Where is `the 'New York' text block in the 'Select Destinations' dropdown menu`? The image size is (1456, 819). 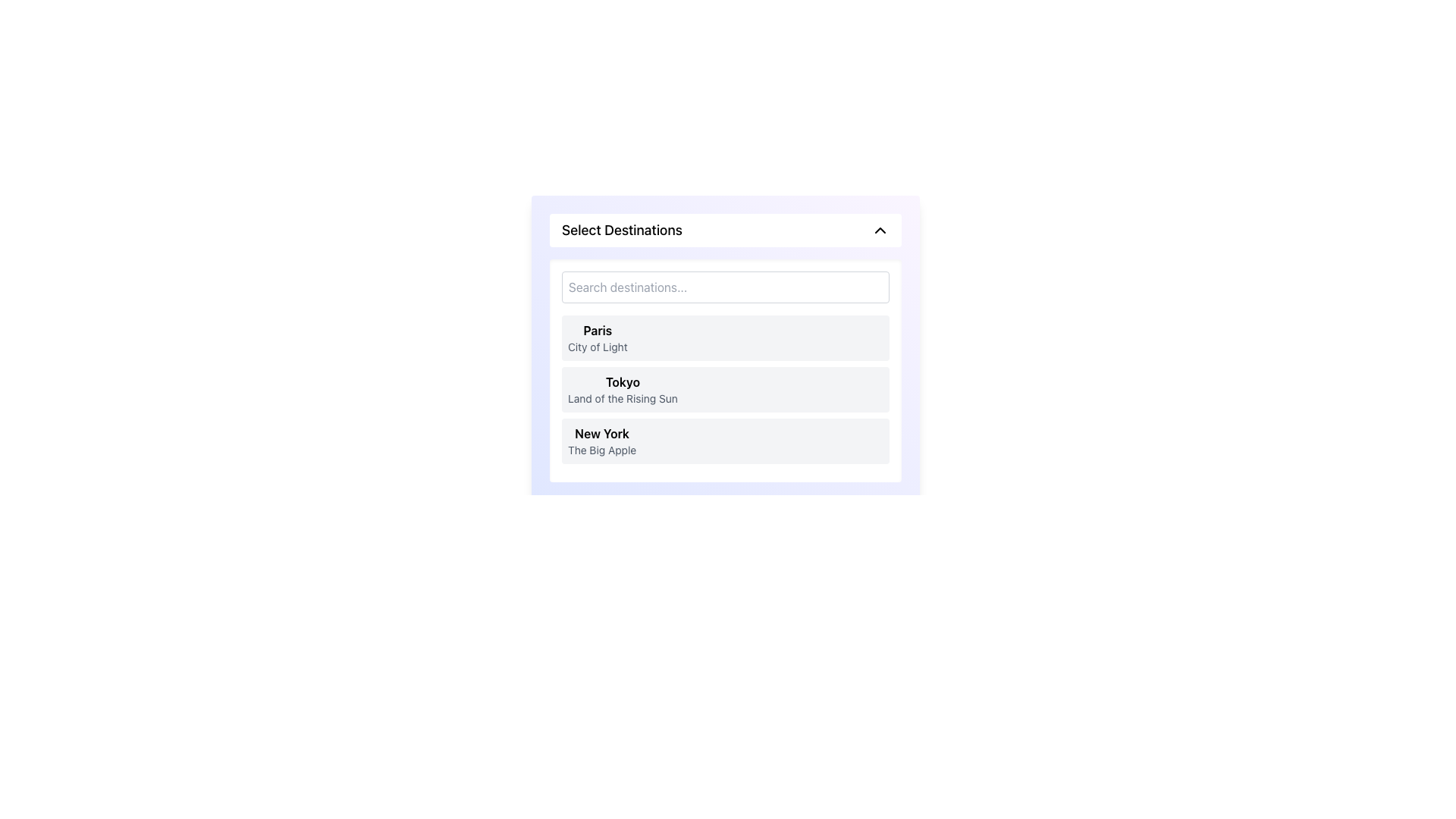
the 'New York' text block in the 'Select Destinations' dropdown menu is located at coordinates (601, 441).